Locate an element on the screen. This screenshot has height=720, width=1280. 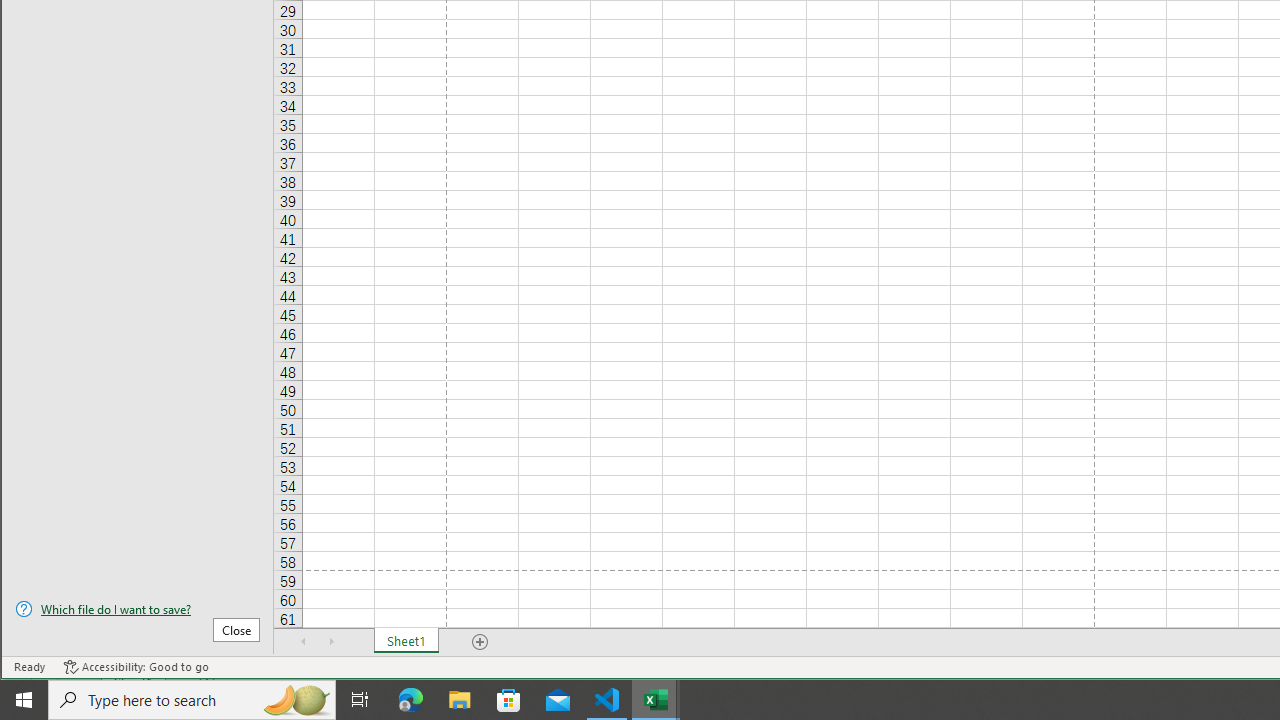
'Visual Studio Code - 1 running window' is located at coordinates (606, 698).